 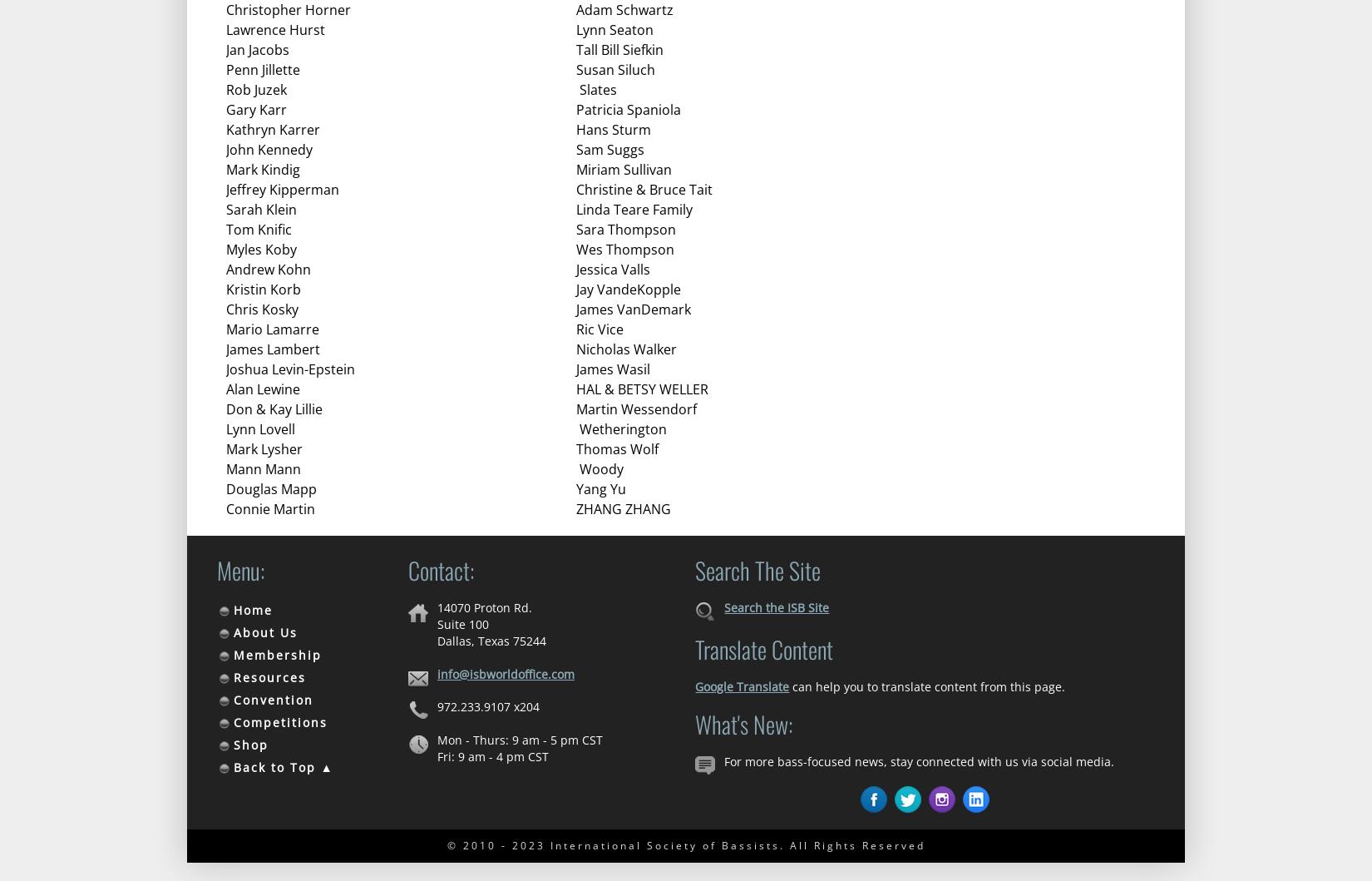 I want to click on 'Convention', so click(x=233, y=698).